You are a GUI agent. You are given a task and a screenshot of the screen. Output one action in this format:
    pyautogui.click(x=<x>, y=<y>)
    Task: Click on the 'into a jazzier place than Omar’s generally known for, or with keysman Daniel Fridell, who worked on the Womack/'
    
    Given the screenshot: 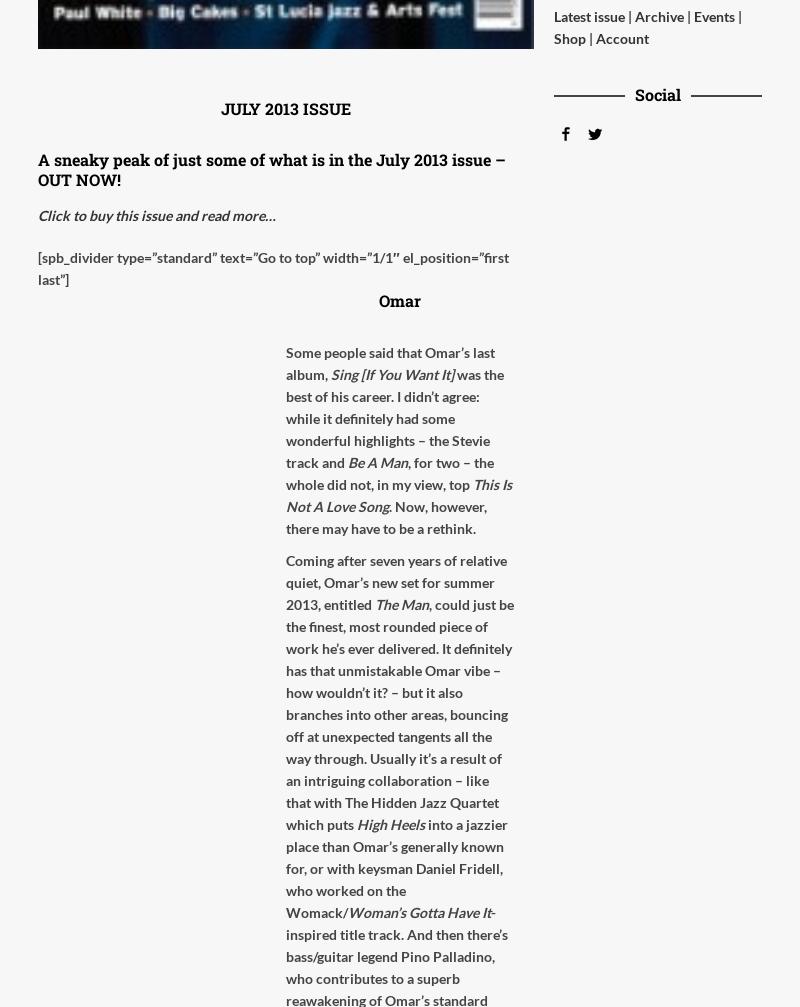 What is the action you would take?
    pyautogui.click(x=395, y=867)
    